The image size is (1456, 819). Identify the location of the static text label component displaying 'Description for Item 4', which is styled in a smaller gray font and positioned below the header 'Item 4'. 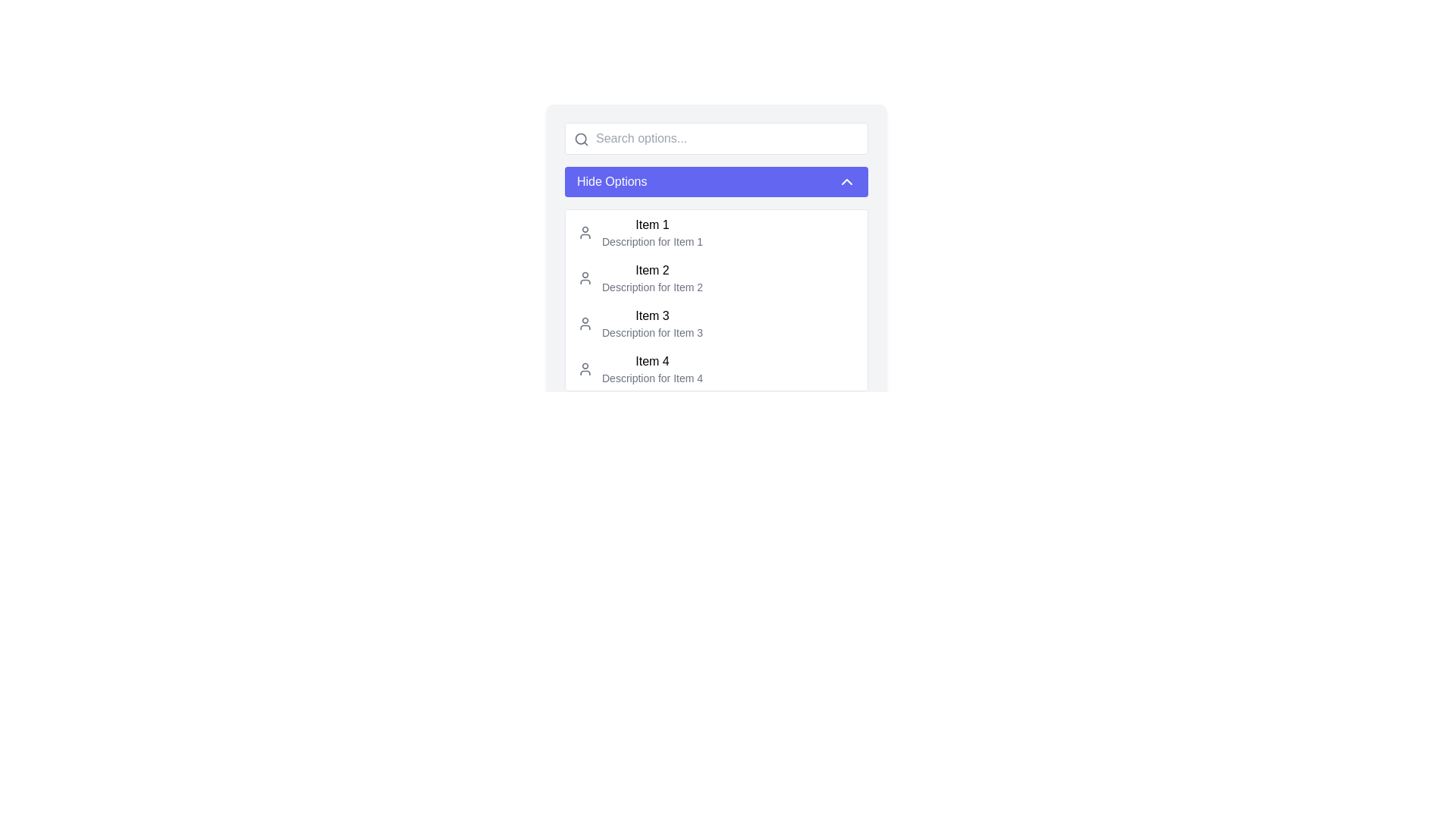
(652, 377).